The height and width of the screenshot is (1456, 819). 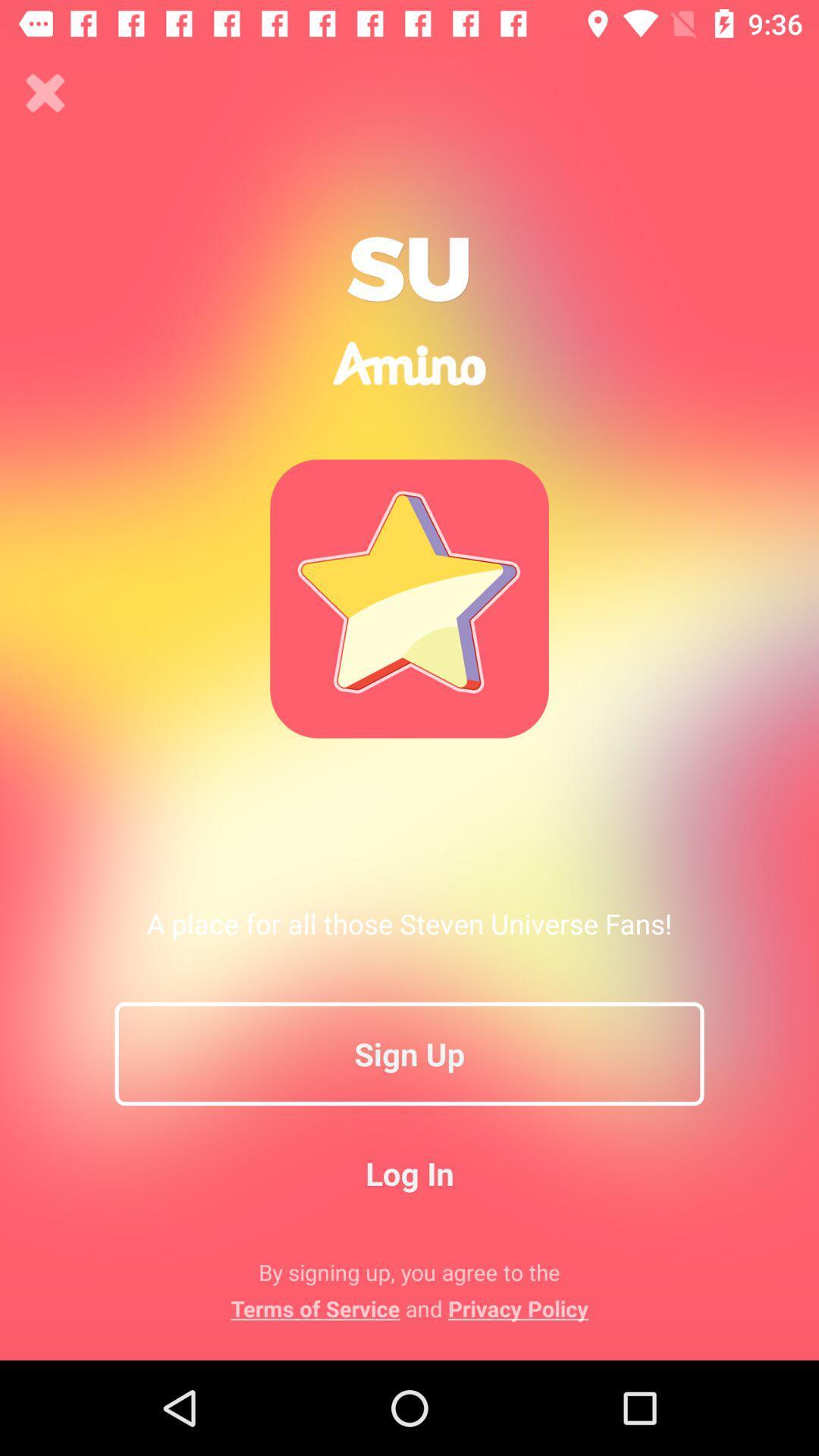 What do you see at coordinates (45, 93) in the screenshot?
I see `the close icon` at bounding box center [45, 93].